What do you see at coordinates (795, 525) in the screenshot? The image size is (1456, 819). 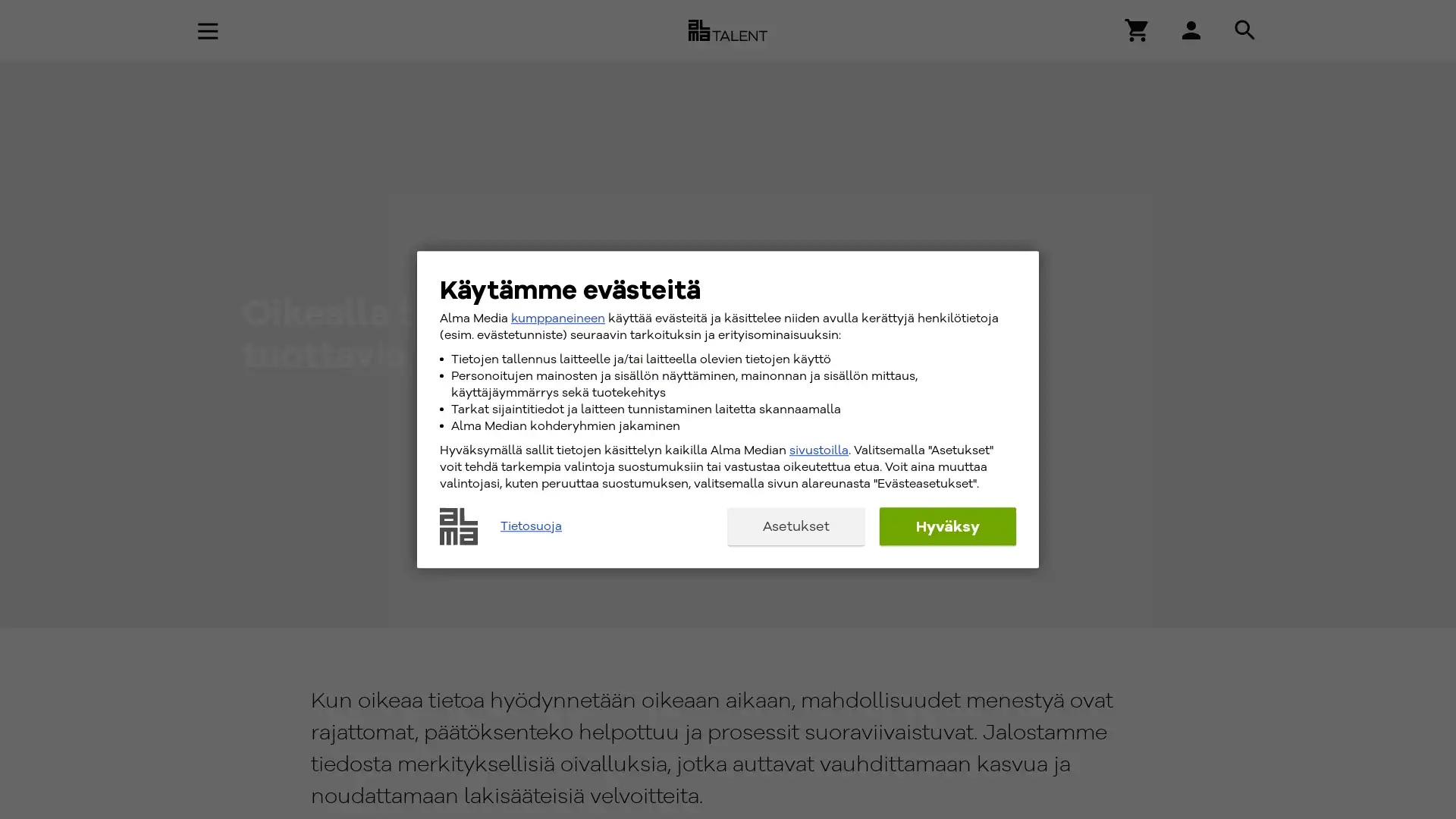 I see `Asetukset` at bounding box center [795, 525].